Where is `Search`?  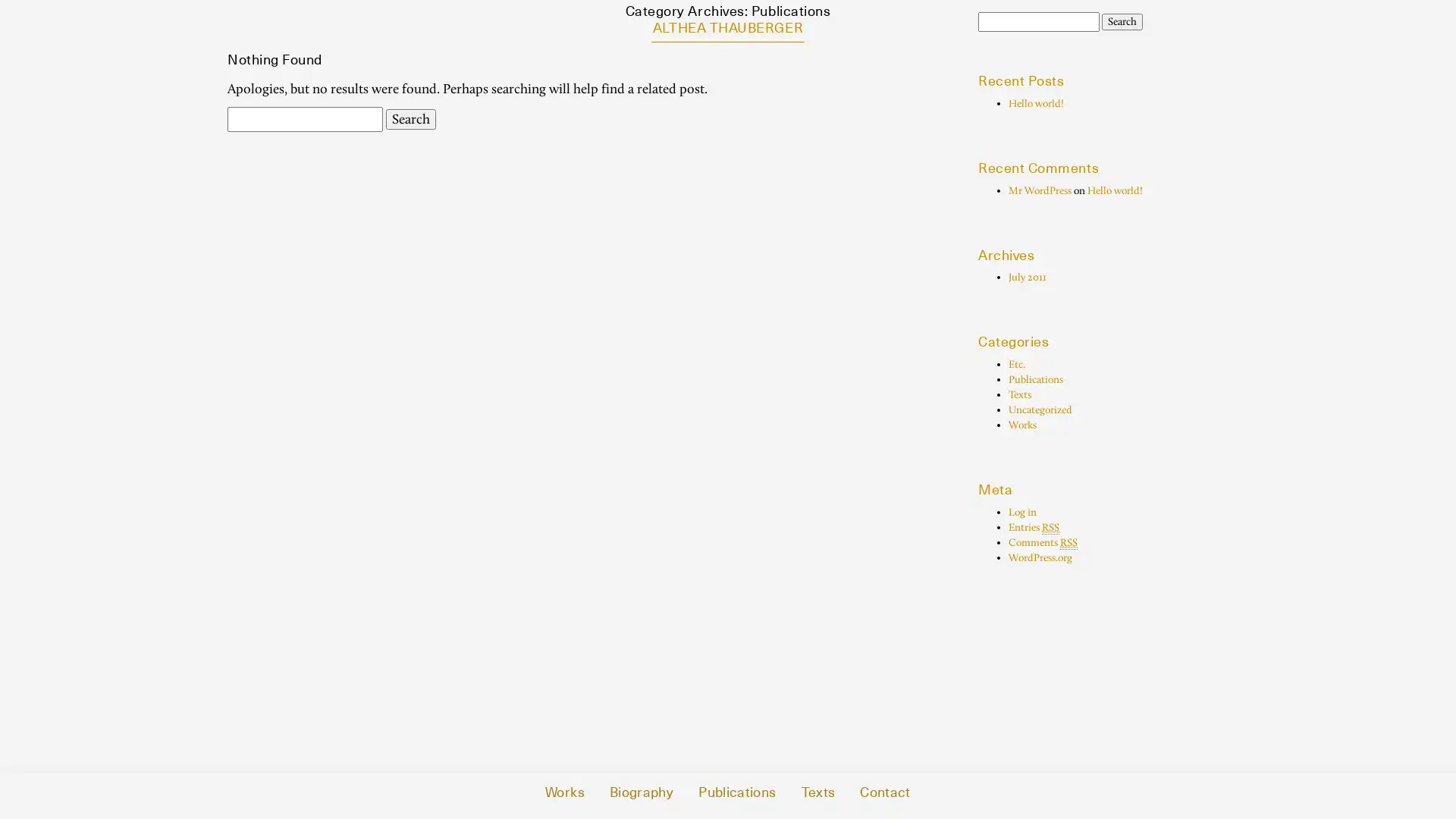
Search is located at coordinates (1122, 22).